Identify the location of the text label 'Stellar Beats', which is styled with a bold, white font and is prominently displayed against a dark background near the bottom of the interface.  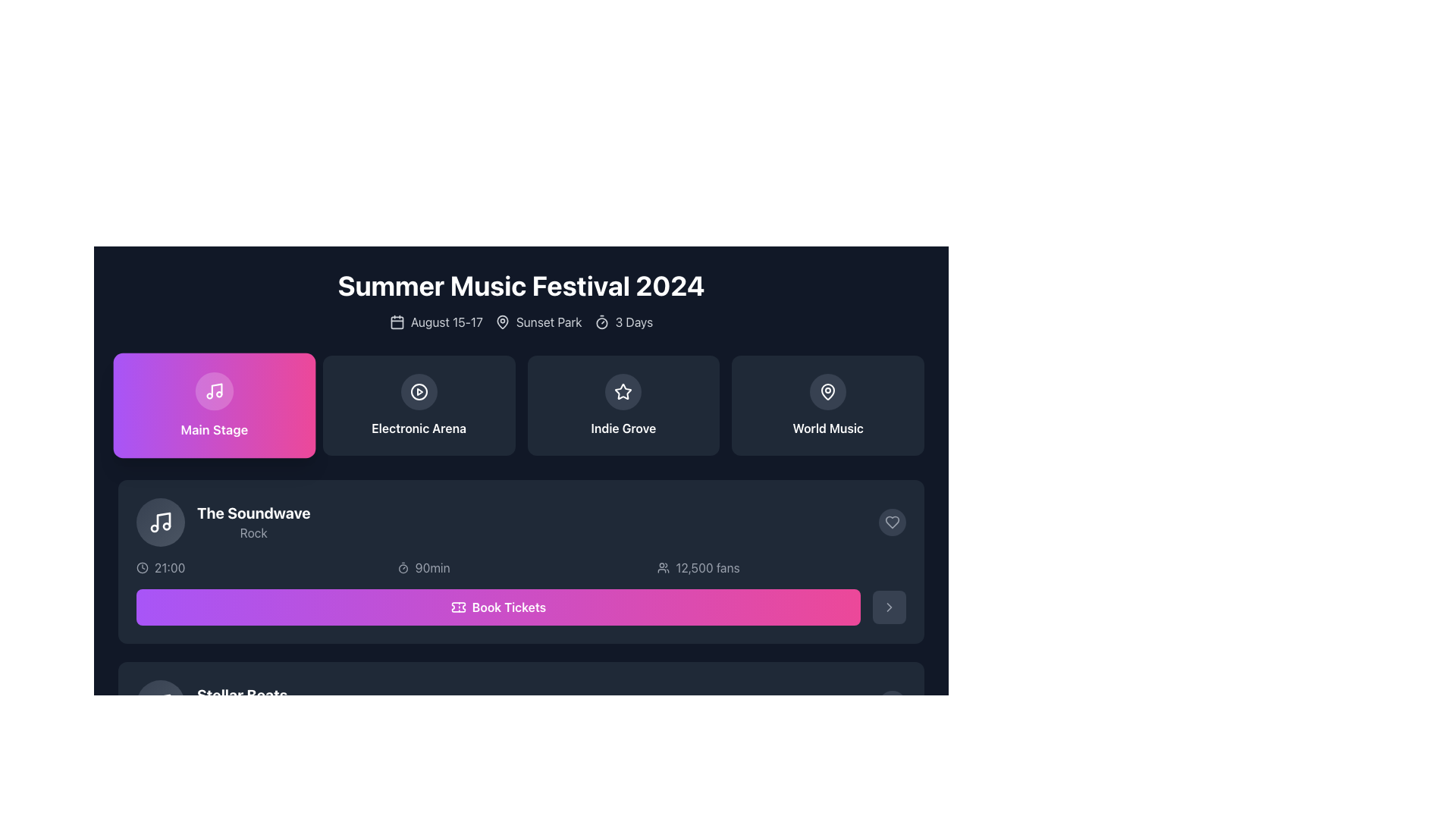
(241, 695).